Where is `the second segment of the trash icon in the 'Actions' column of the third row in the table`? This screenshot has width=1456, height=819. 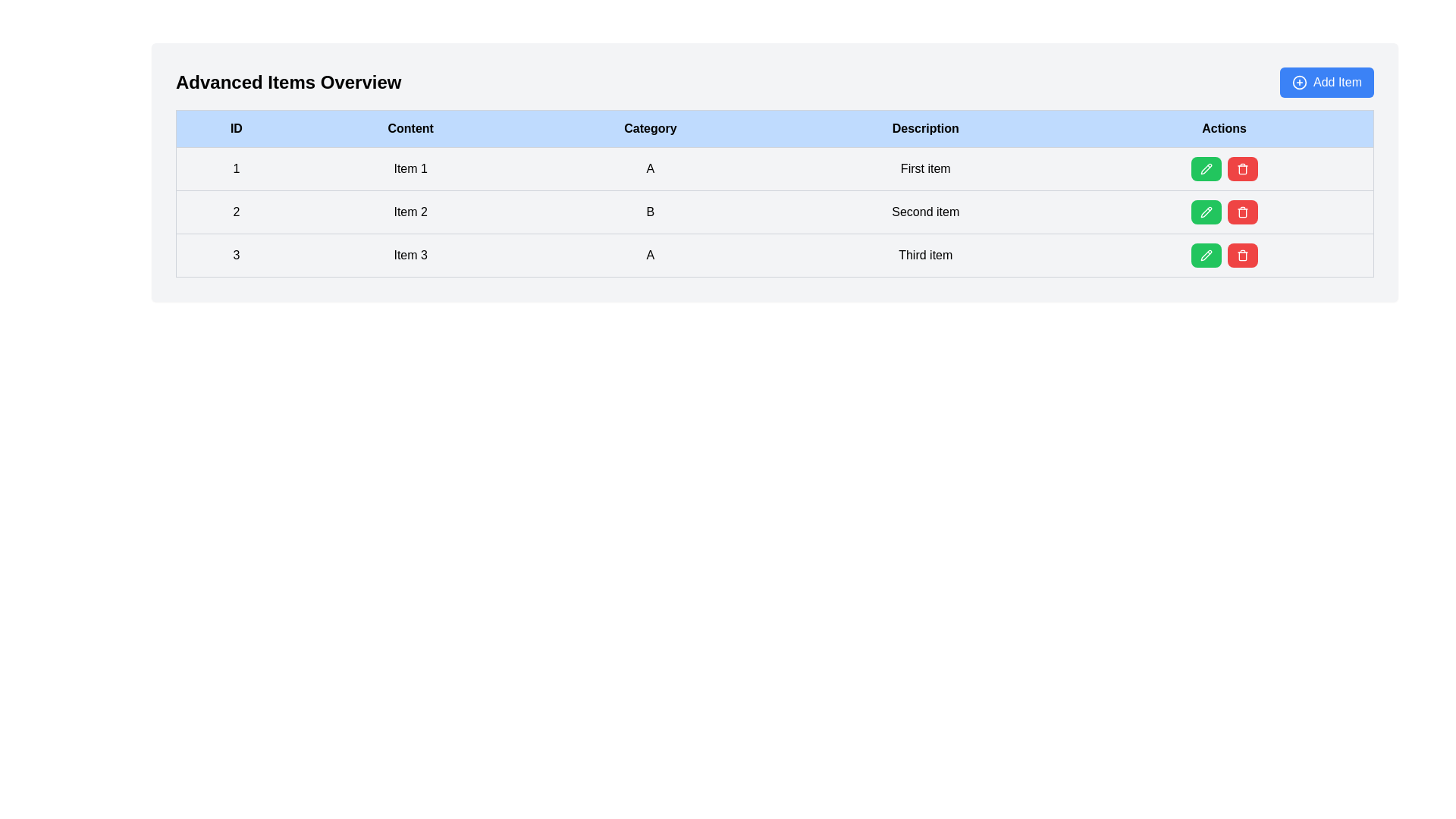
the second segment of the trash icon in the 'Actions' column of the third row in the table is located at coordinates (1242, 213).